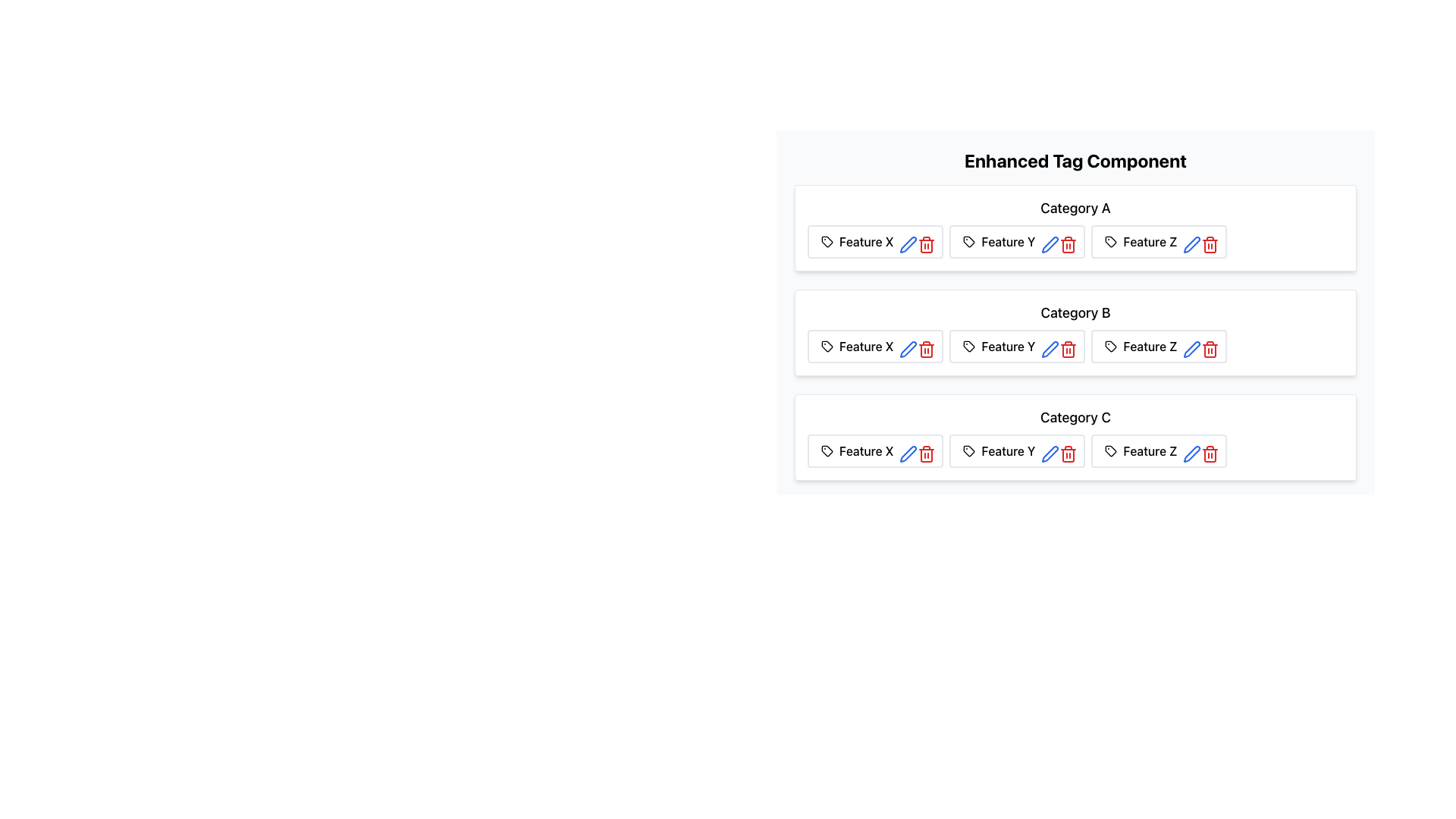  I want to click on the informational text label for 'Feature X' located in the third row under 'Category C', so click(866, 450).